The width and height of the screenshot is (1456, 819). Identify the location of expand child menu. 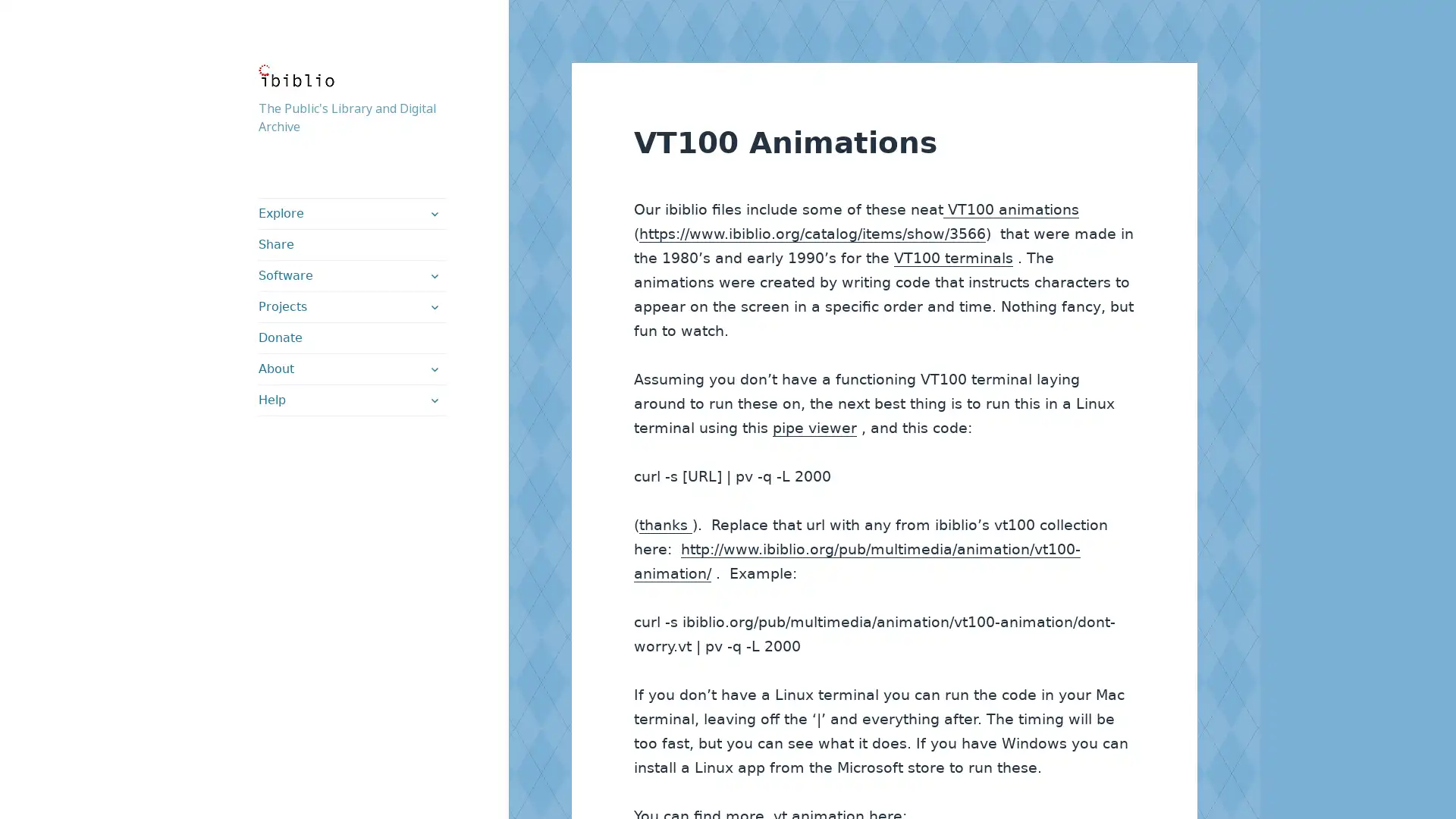
(432, 369).